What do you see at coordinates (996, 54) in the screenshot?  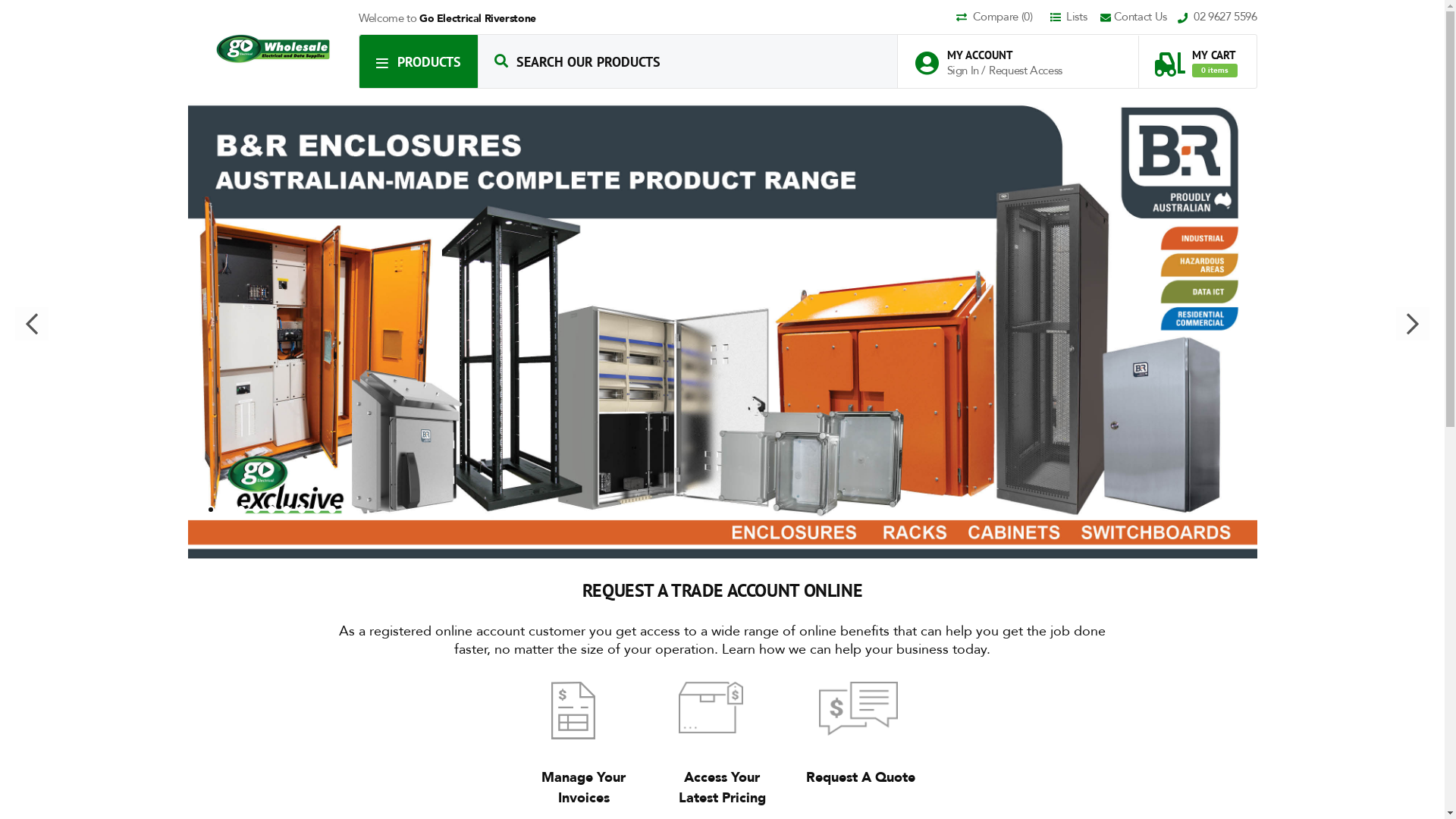 I see `'MY ACCOUNT'` at bounding box center [996, 54].